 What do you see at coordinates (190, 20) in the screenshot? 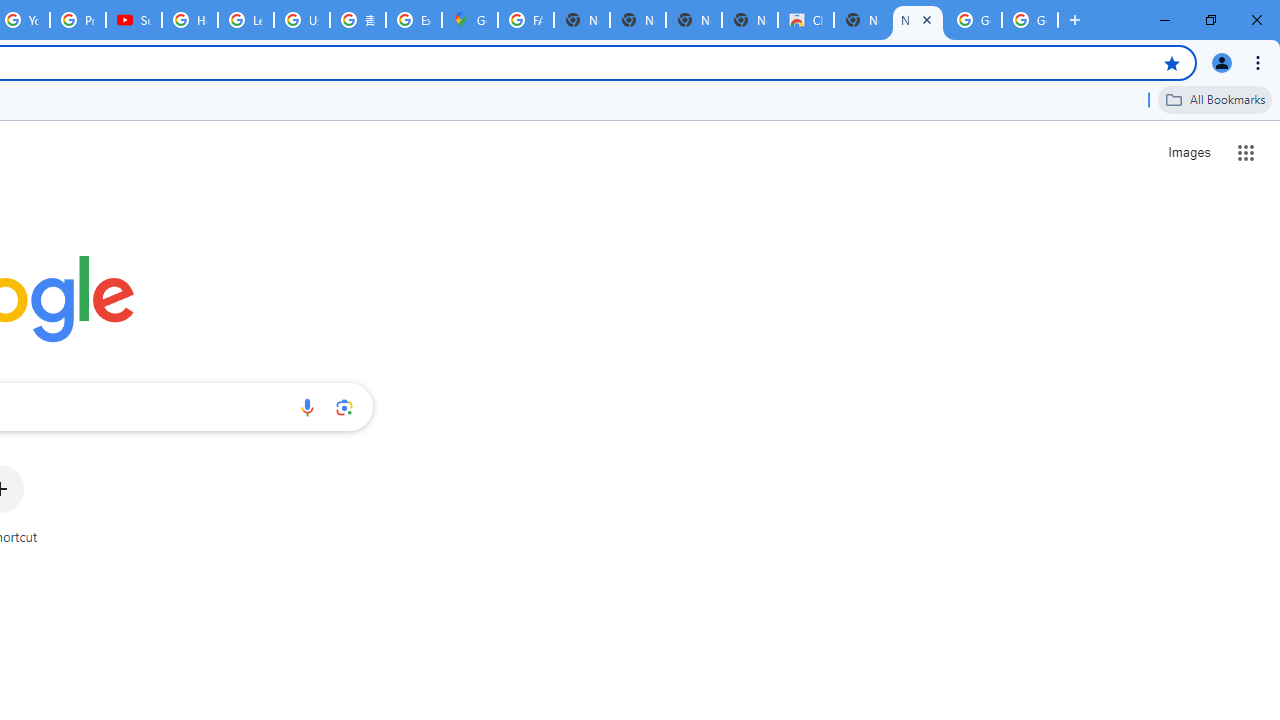
I see `'How Chrome protects your passwords - Google Chrome Help'` at bounding box center [190, 20].